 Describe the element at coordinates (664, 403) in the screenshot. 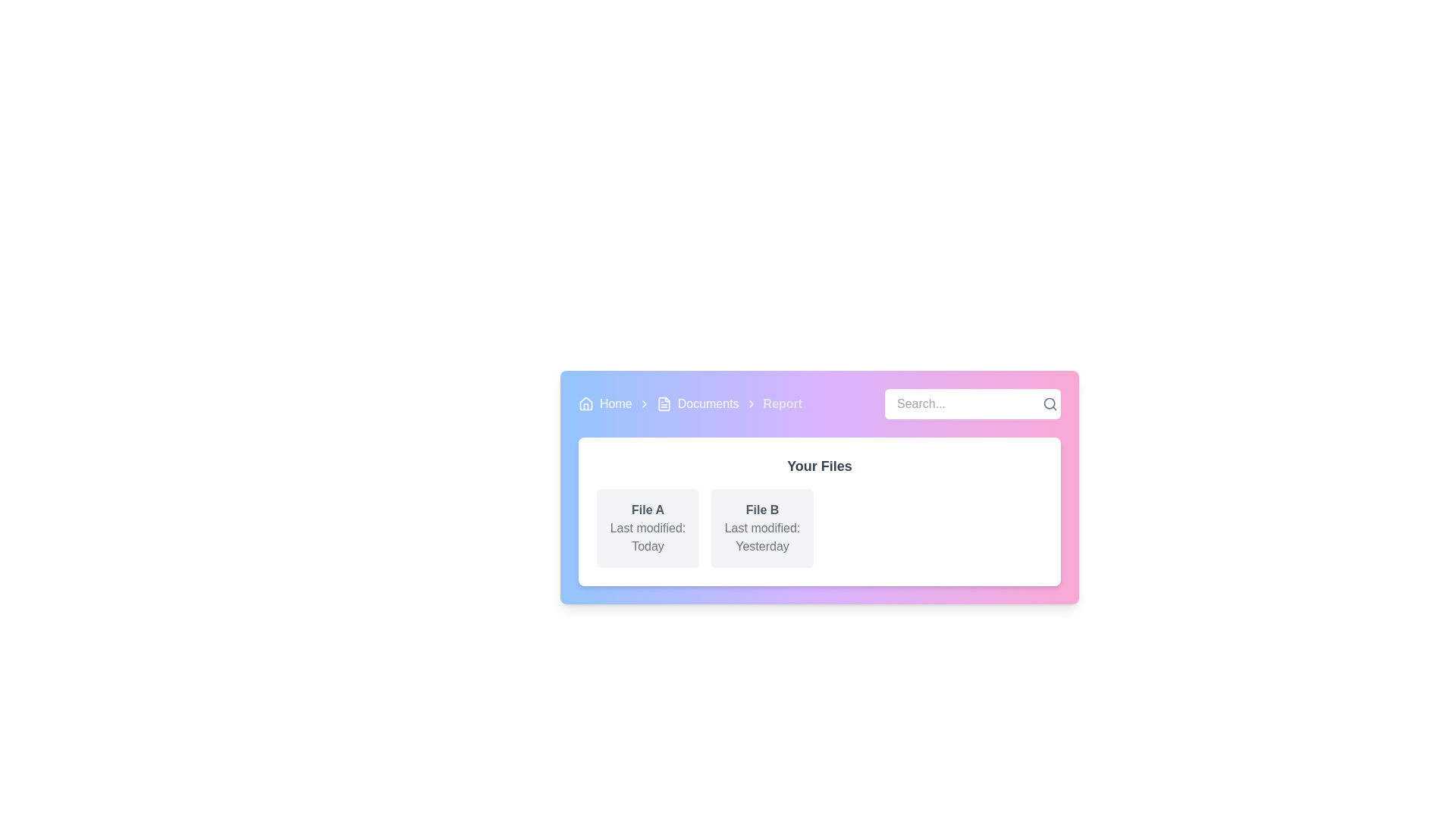

I see `the simplified sheet of paper icon located to the left of the 'Documents' breadcrumb item` at that location.